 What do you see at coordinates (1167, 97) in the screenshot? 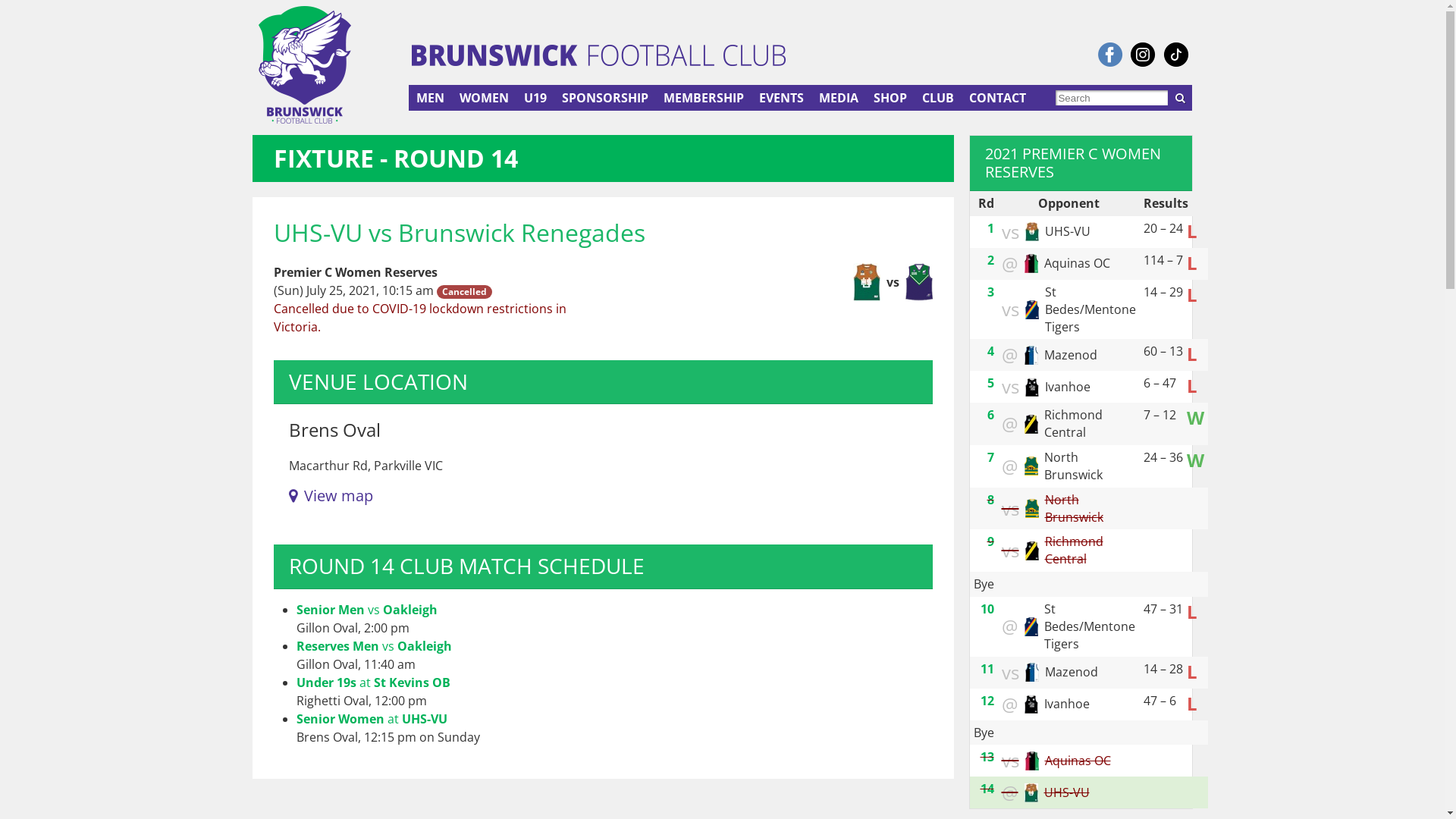
I see `'SEARCH'` at bounding box center [1167, 97].